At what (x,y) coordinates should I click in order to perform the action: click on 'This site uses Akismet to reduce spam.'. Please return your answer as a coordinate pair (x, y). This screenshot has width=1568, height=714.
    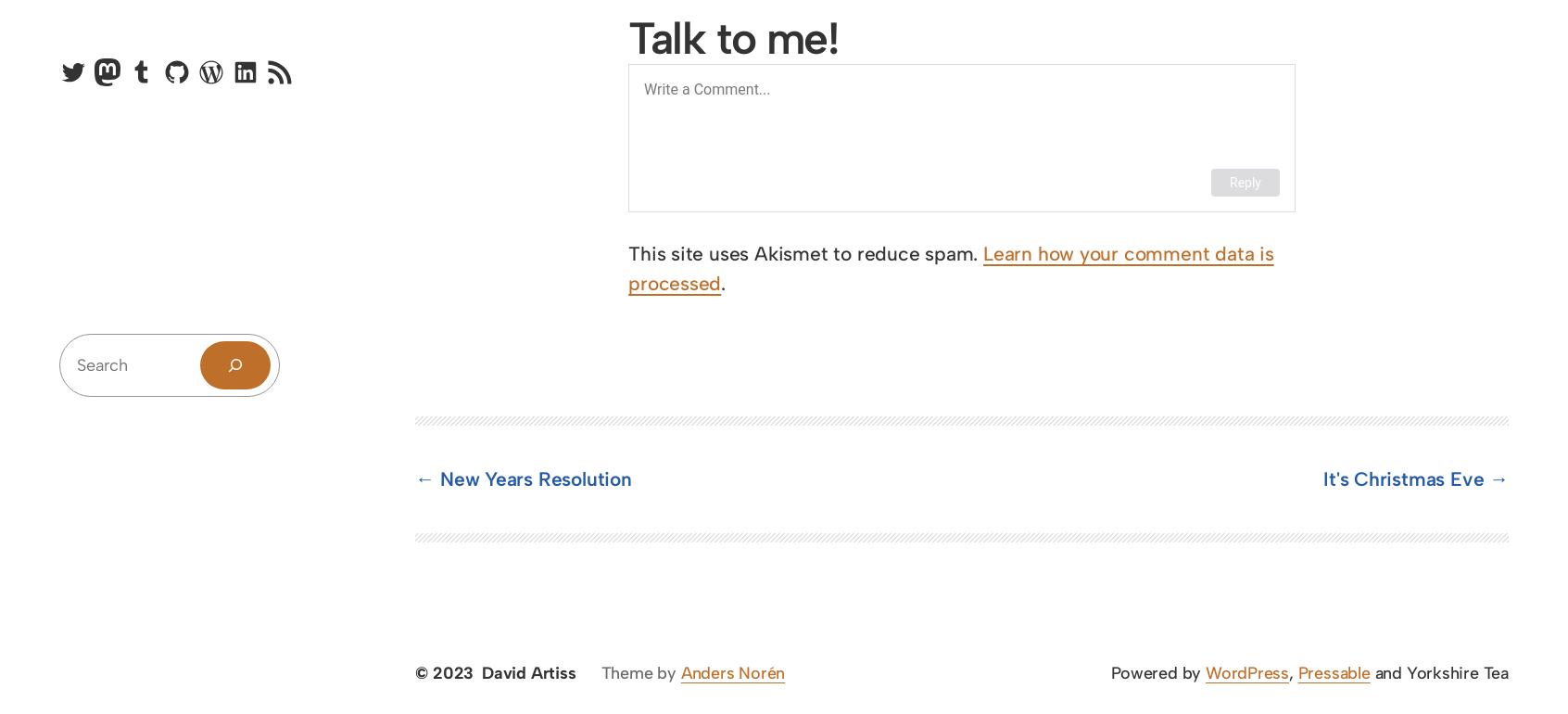
    Looking at the image, I should click on (804, 252).